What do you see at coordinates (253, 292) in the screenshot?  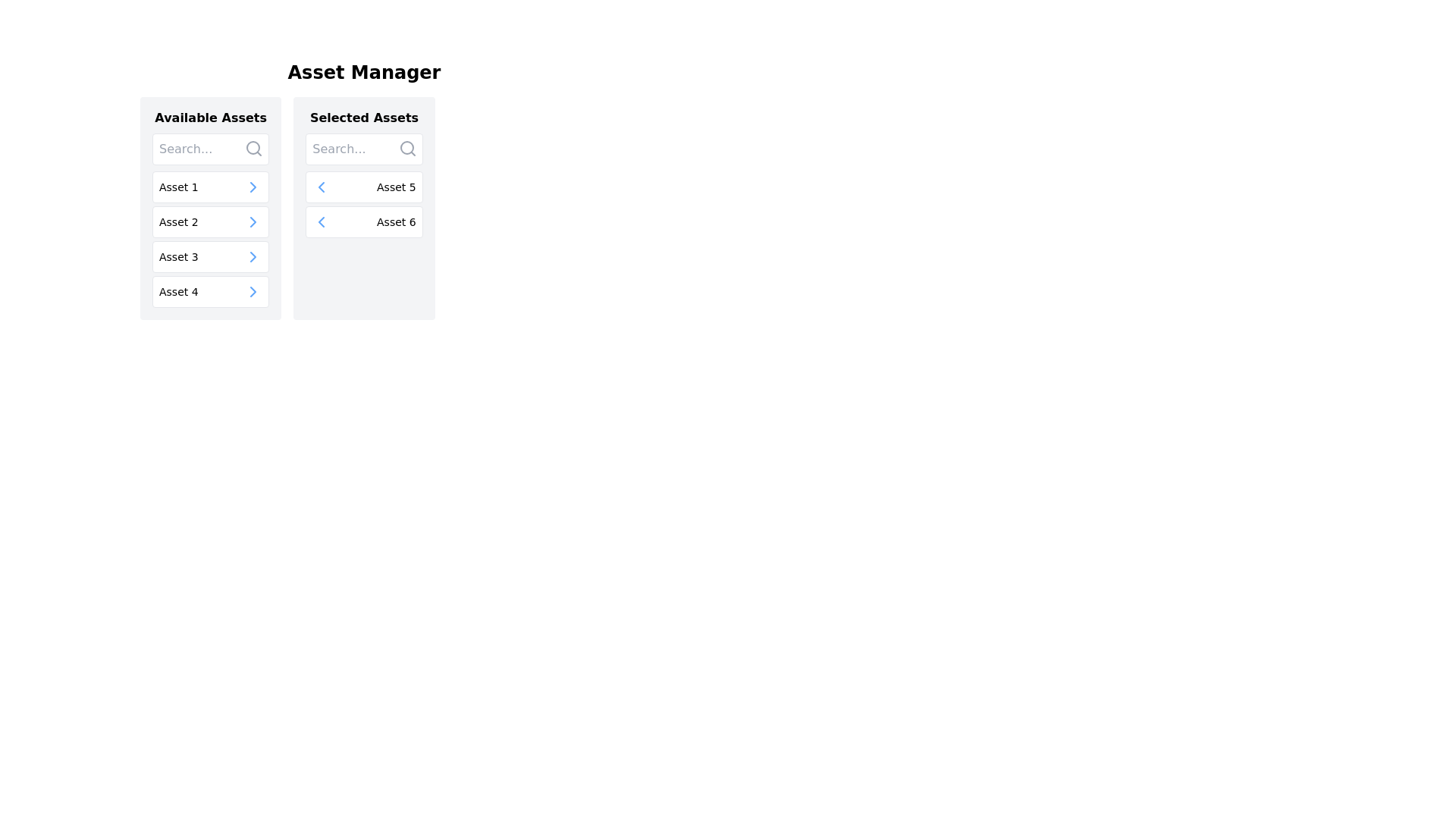 I see `the rightward arrow icon located in the fourth row of the 'Available Assets' column, adjacent to 'Asset 4'` at bounding box center [253, 292].